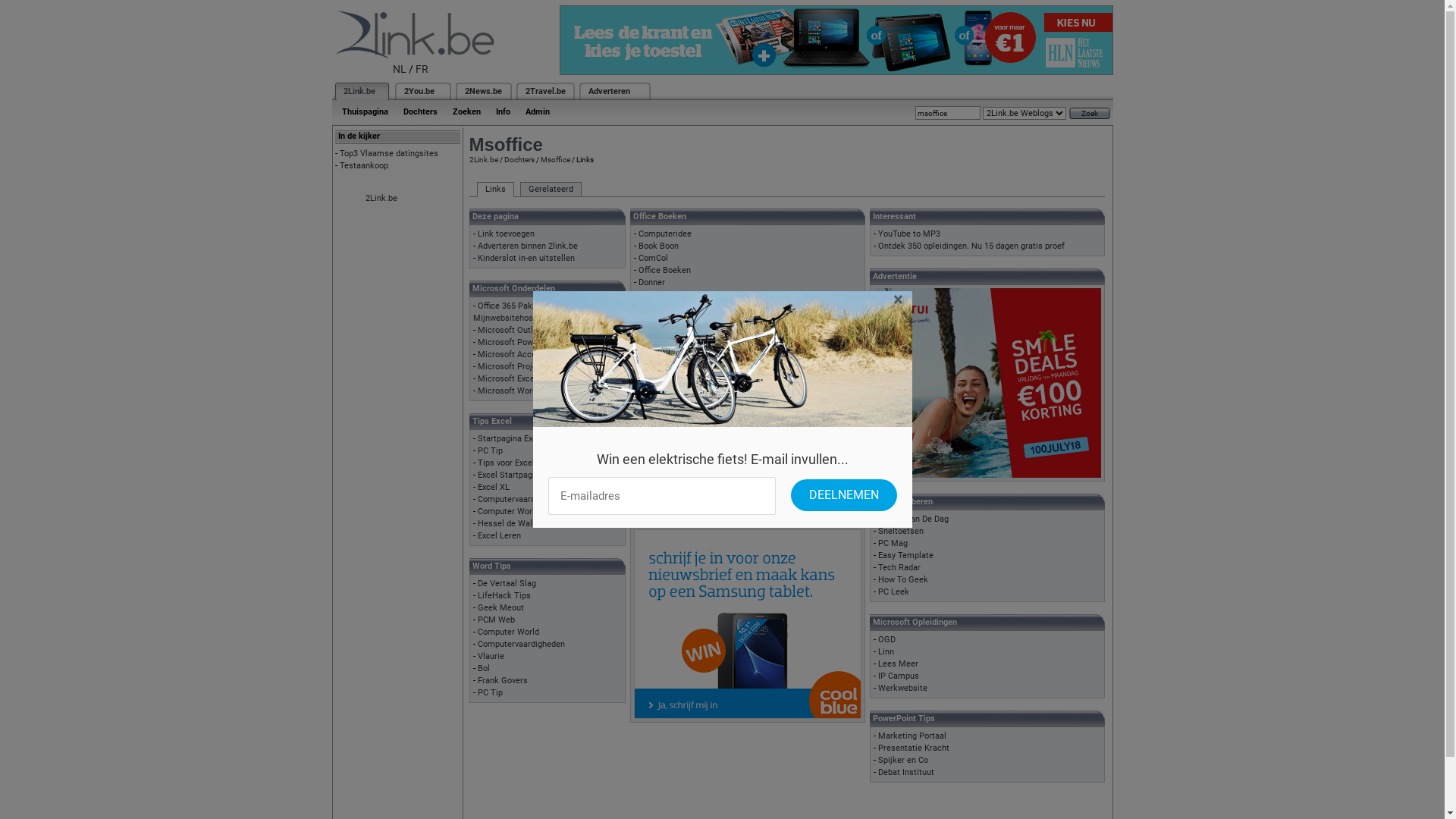 This screenshot has height=819, width=1456. What do you see at coordinates (651, 282) in the screenshot?
I see `'Donner'` at bounding box center [651, 282].